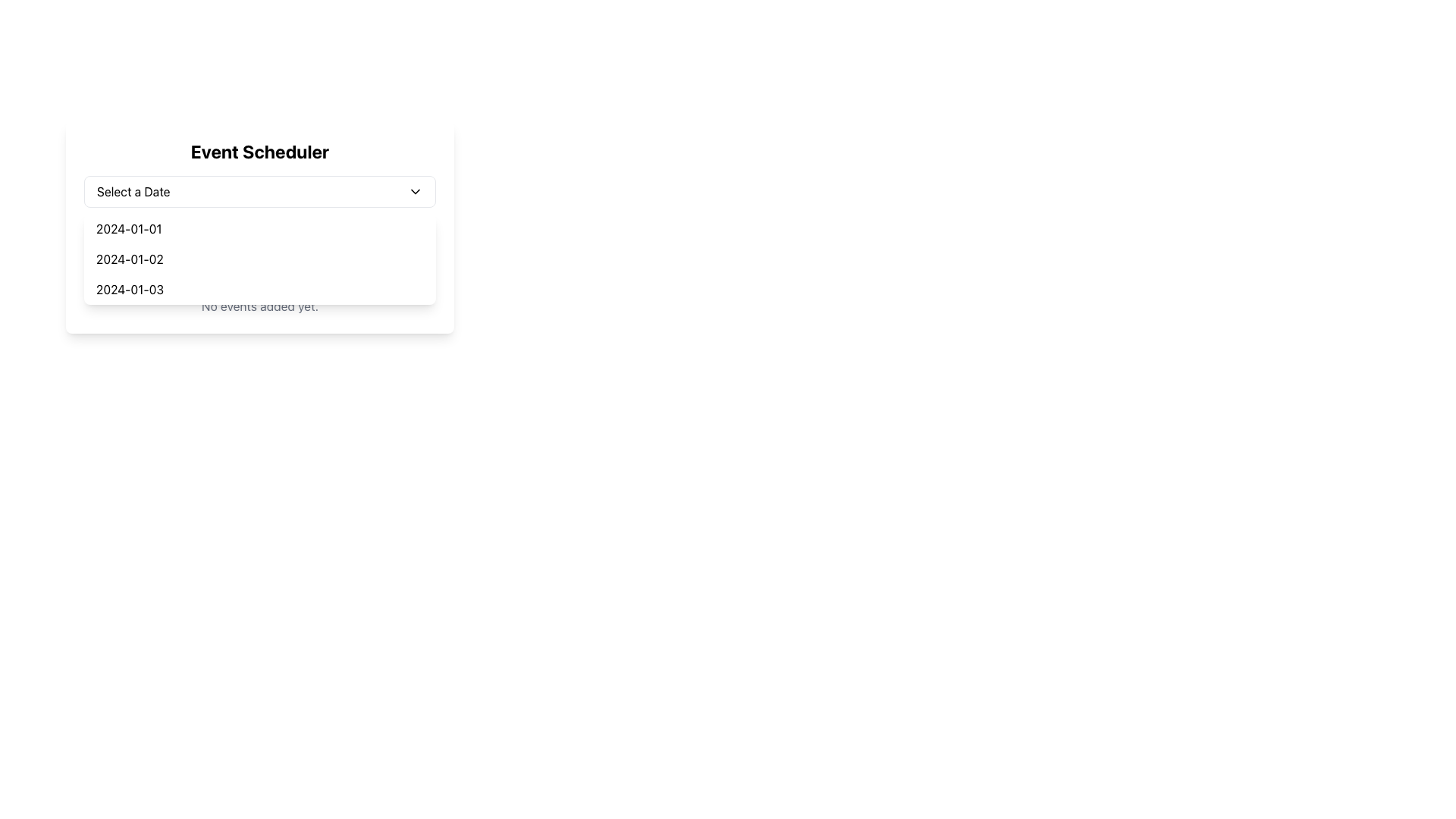 The image size is (1456, 819). What do you see at coordinates (259, 191) in the screenshot?
I see `a date from the dropdown menu labeled 'Select a Date' in the 'Event Scheduler' section by clicking on it to reveal the options` at bounding box center [259, 191].